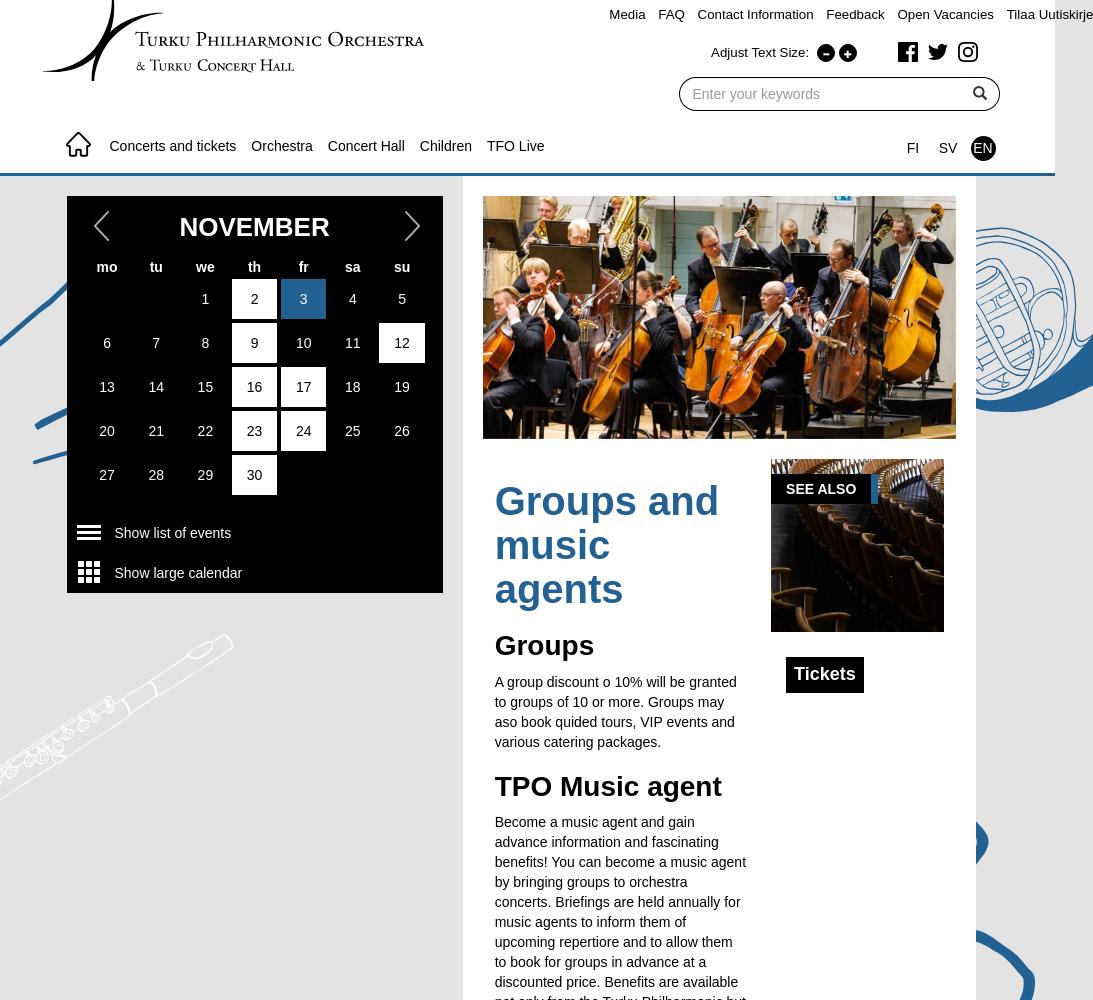 Image resolution: width=1093 pixels, height=1000 pixels. Describe the element at coordinates (253, 225) in the screenshot. I see `'November'` at that location.